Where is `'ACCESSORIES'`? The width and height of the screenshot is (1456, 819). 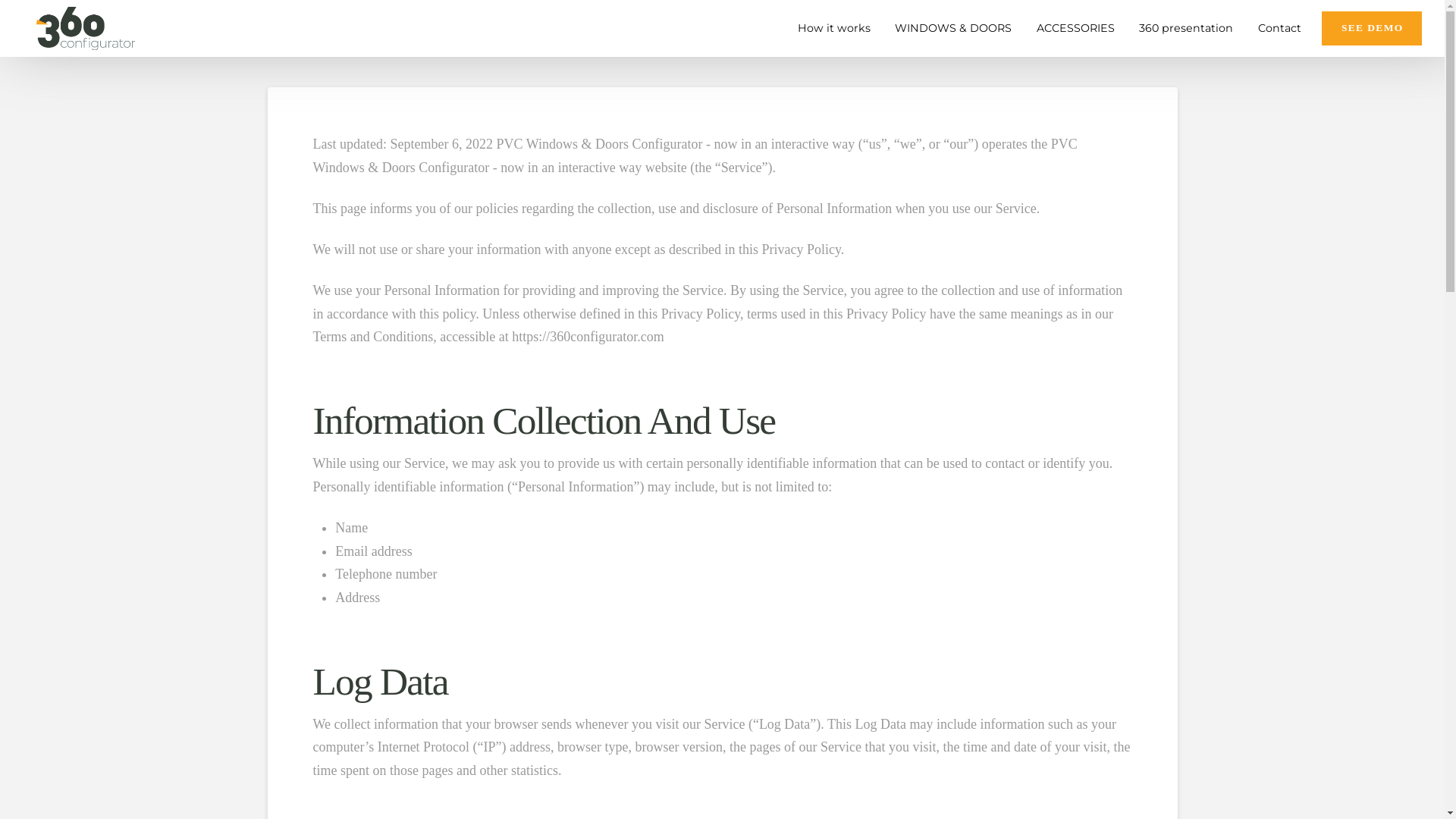
'ACCESSORIES' is located at coordinates (1072, 28).